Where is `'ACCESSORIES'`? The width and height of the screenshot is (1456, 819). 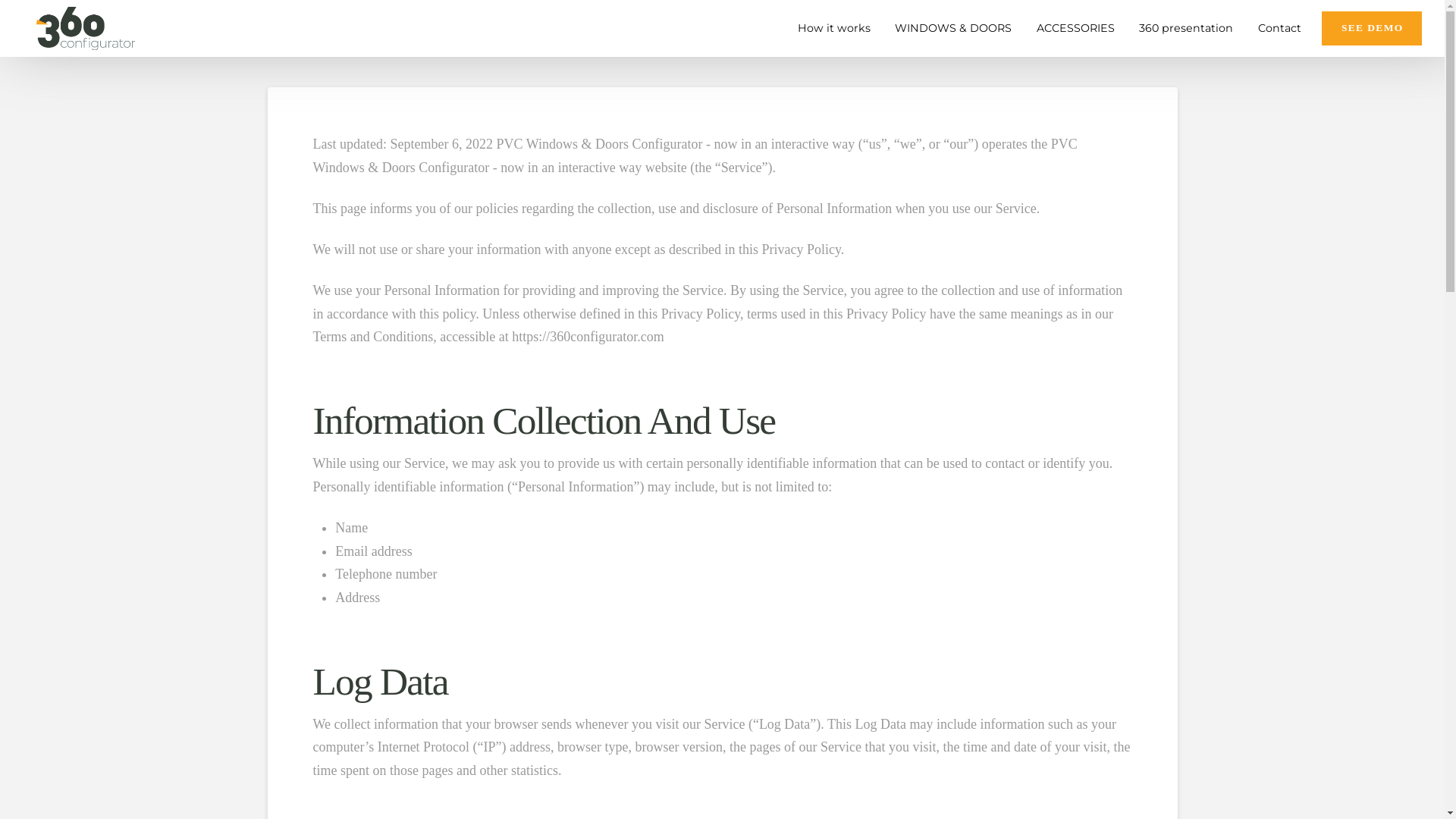
'ACCESSORIES' is located at coordinates (1072, 28).